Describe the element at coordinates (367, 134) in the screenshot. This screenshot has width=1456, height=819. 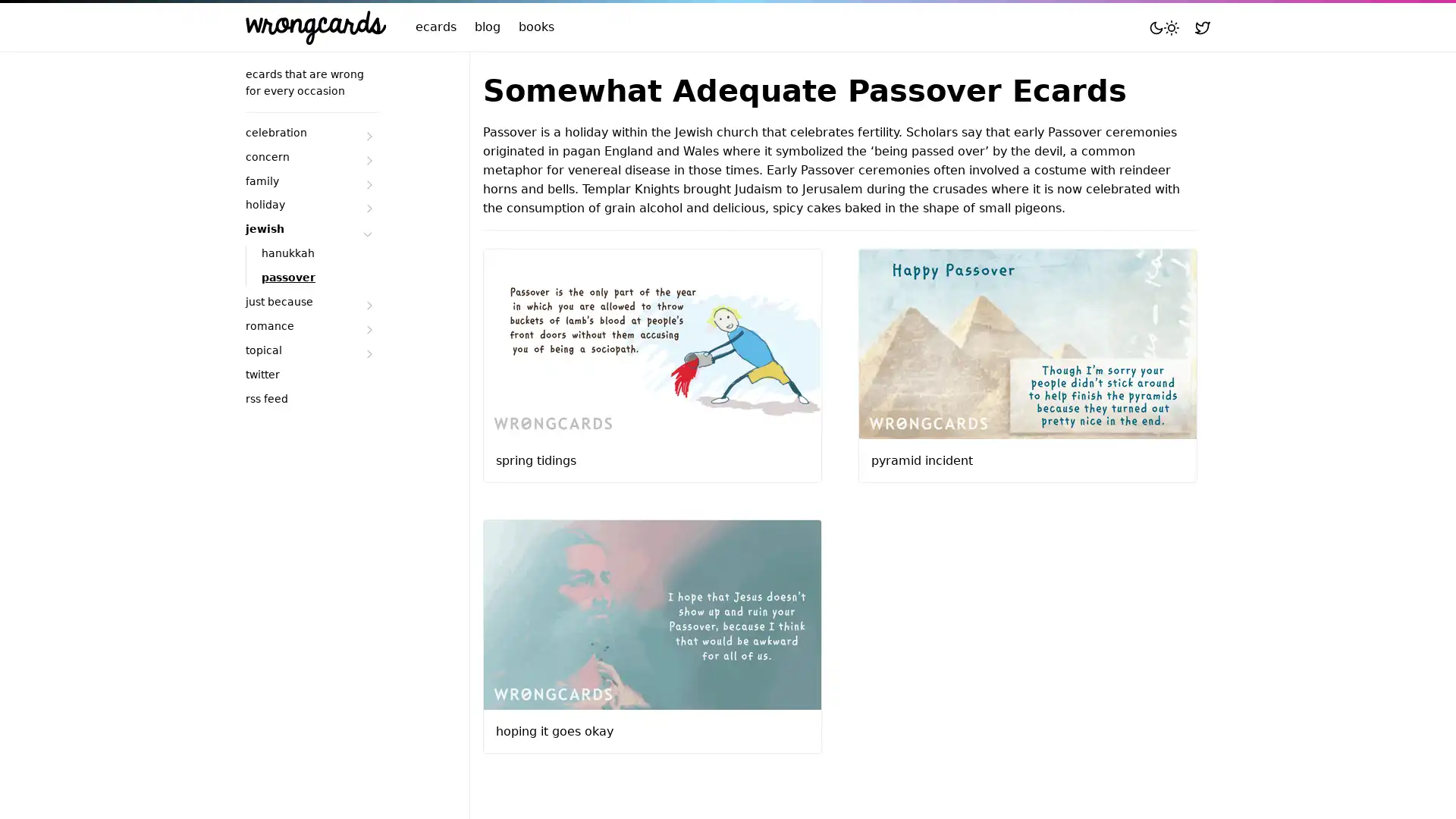
I see `Submenu` at that location.